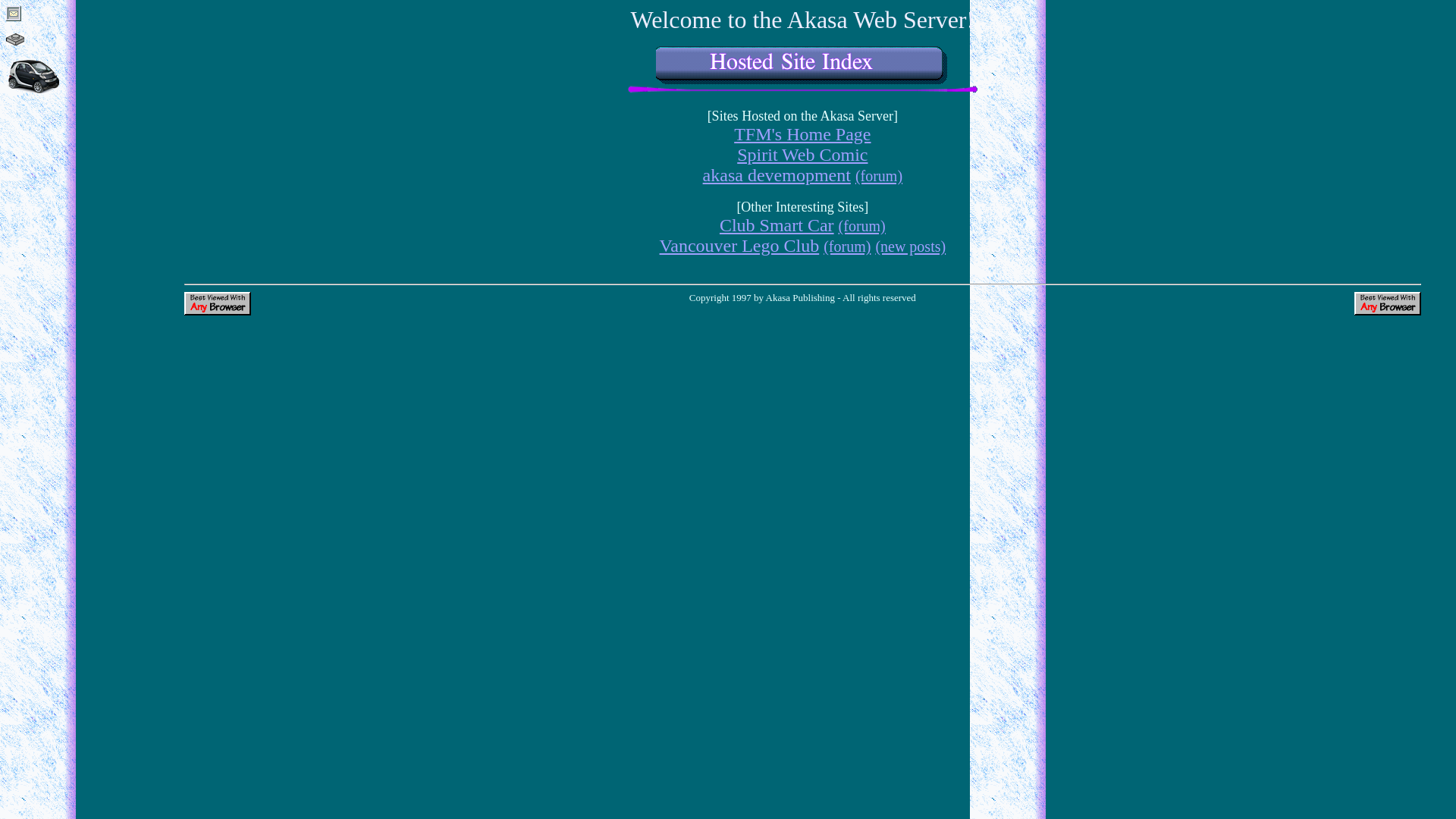 This screenshot has width=1456, height=819. What do you see at coordinates (822, 245) in the screenshot?
I see `'(forum)'` at bounding box center [822, 245].